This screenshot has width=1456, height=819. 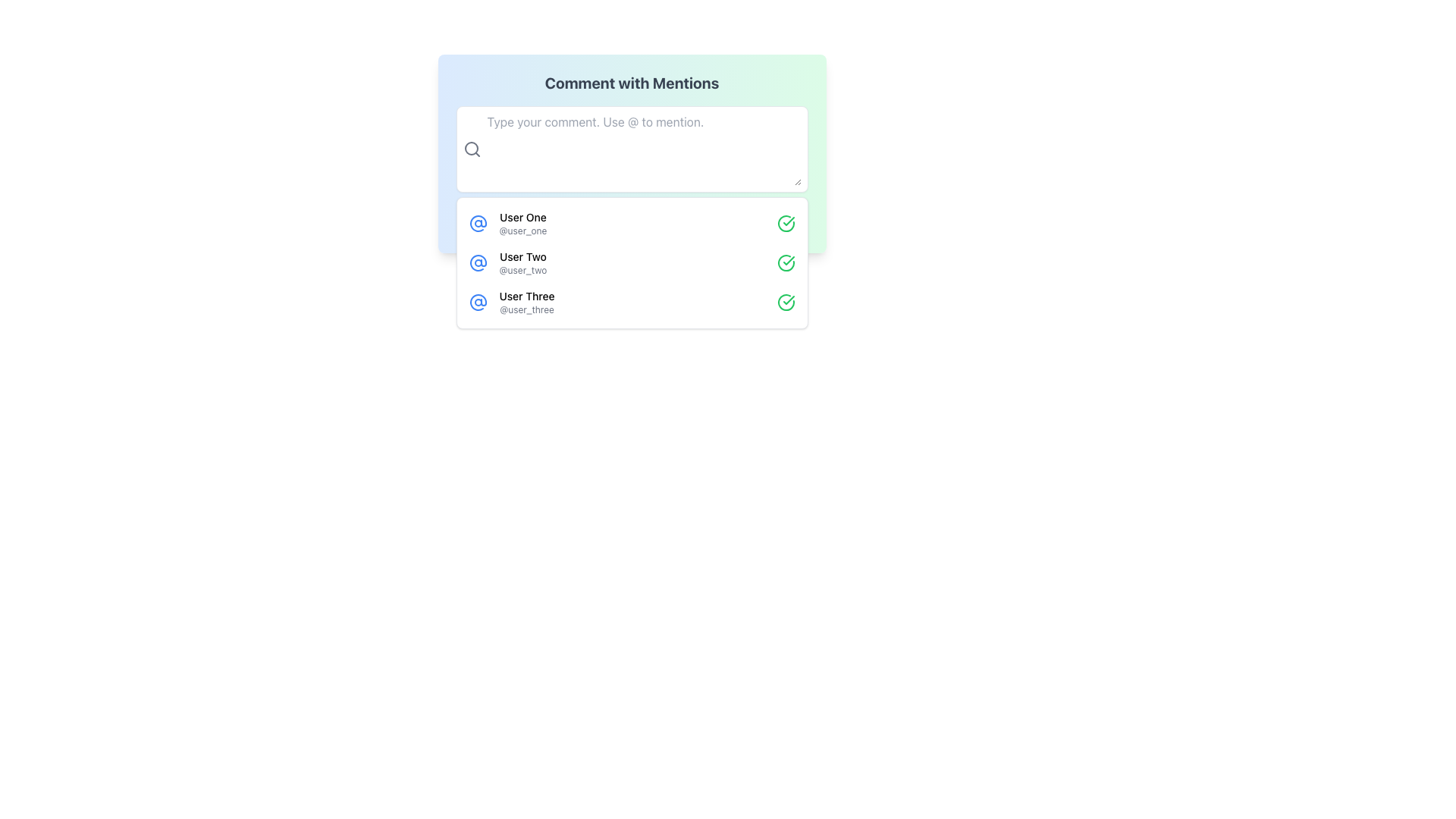 I want to click on the username handle '@user_one' displayed in gray, located beneath 'User One' in the user suggestions list, so click(x=523, y=231).